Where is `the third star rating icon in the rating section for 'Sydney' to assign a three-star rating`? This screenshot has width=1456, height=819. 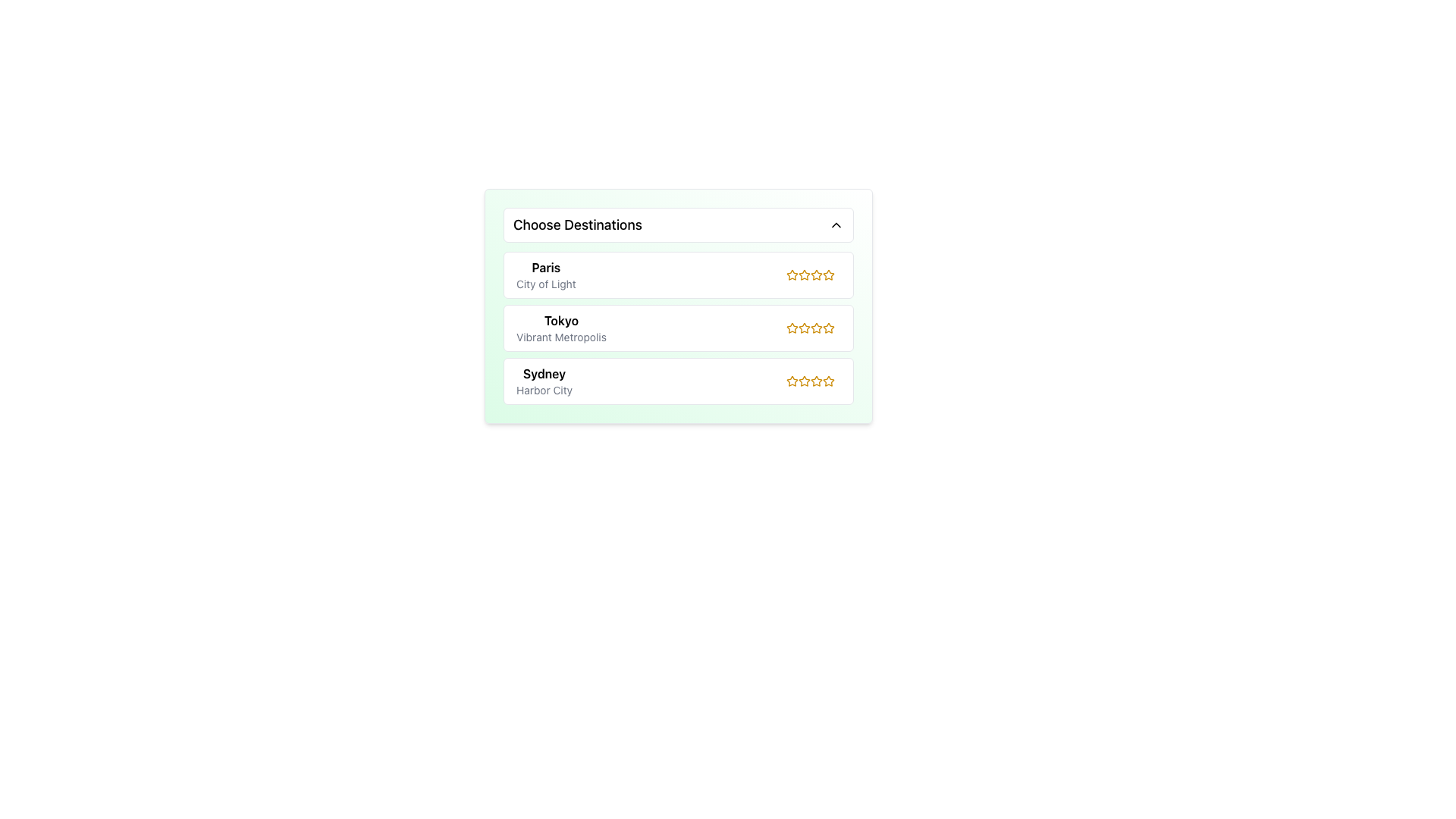
the third star rating icon in the rating section for 'Sydney' to assign a three-star rating is located at coordinates (815, 380).